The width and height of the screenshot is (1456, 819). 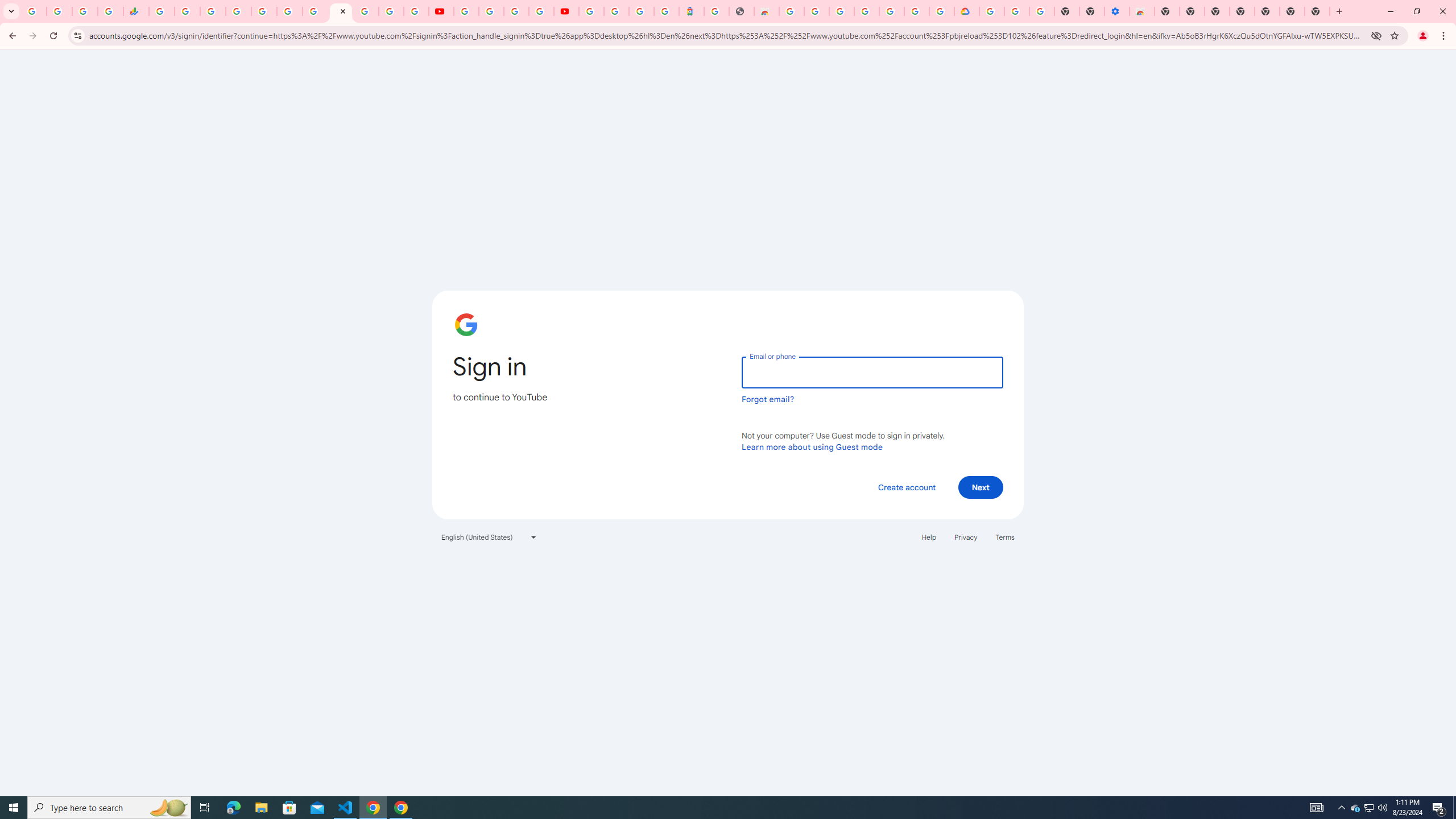 What do you see at coordinates (565, 11) in the screenshot?
I see `'Content Creator Programs & Opportunities - YouTube Creators'` at bounding box center [565, 11].